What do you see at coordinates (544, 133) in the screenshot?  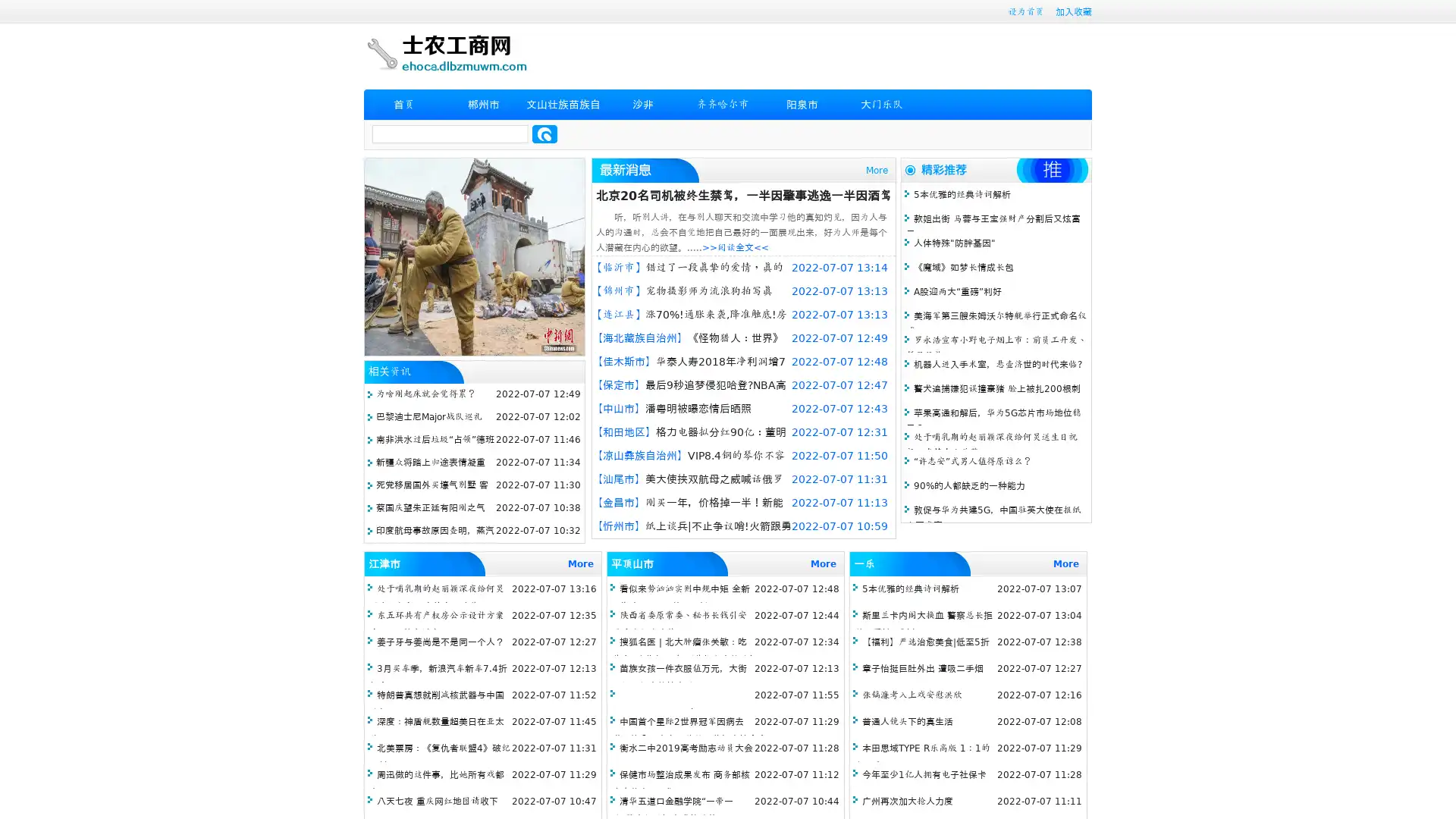 I see `Search` at bounding box center [544, 133].